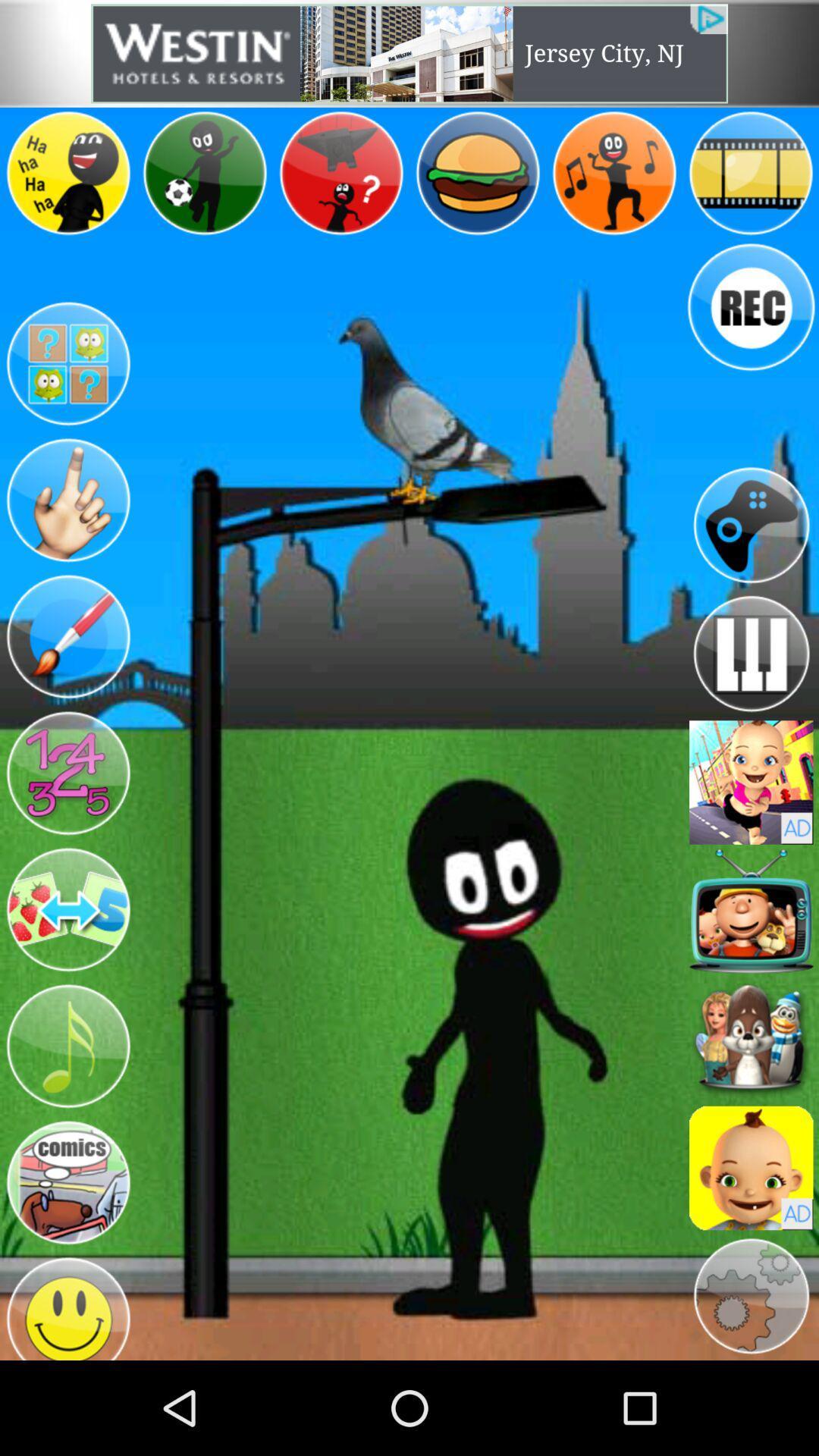  Describe the element at coordinates (67, 1397) in the screenshot. I see `the emoji icon` at that location.